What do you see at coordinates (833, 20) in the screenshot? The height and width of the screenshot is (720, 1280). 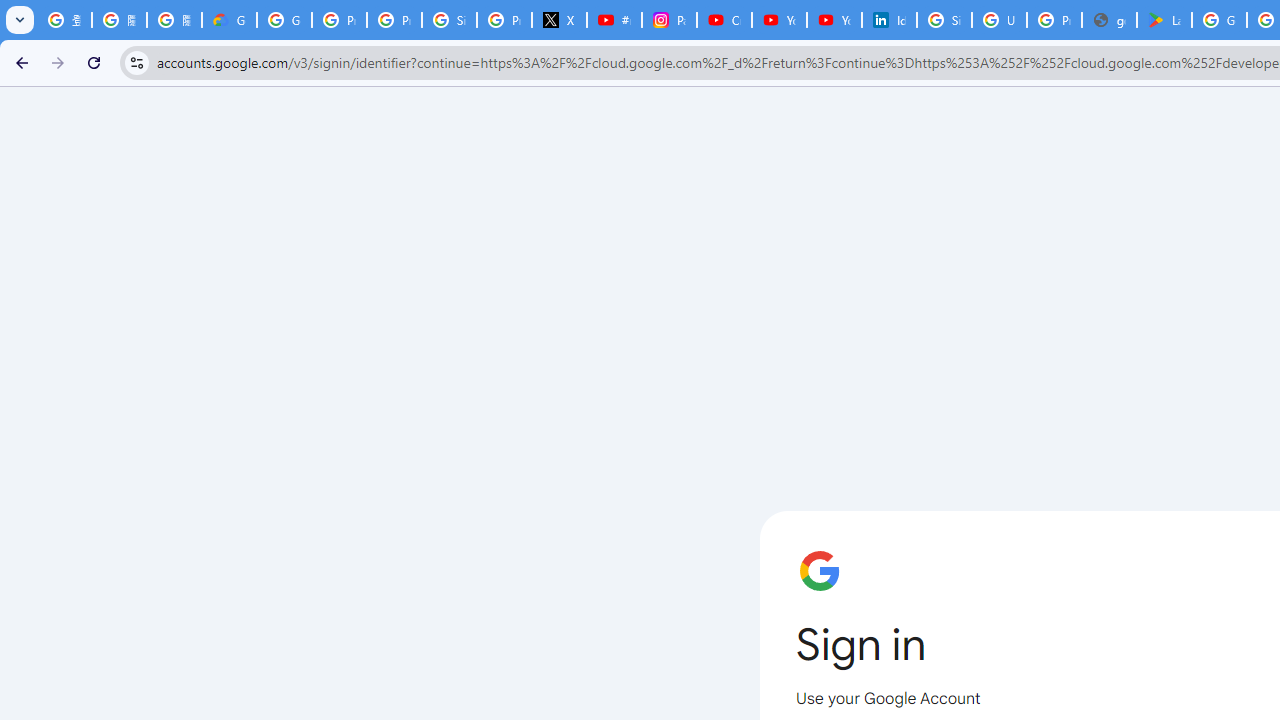 I see `'YouTube Culture & Trends - YouTube Top 10, 2021'` at bounding box center [833, 20].